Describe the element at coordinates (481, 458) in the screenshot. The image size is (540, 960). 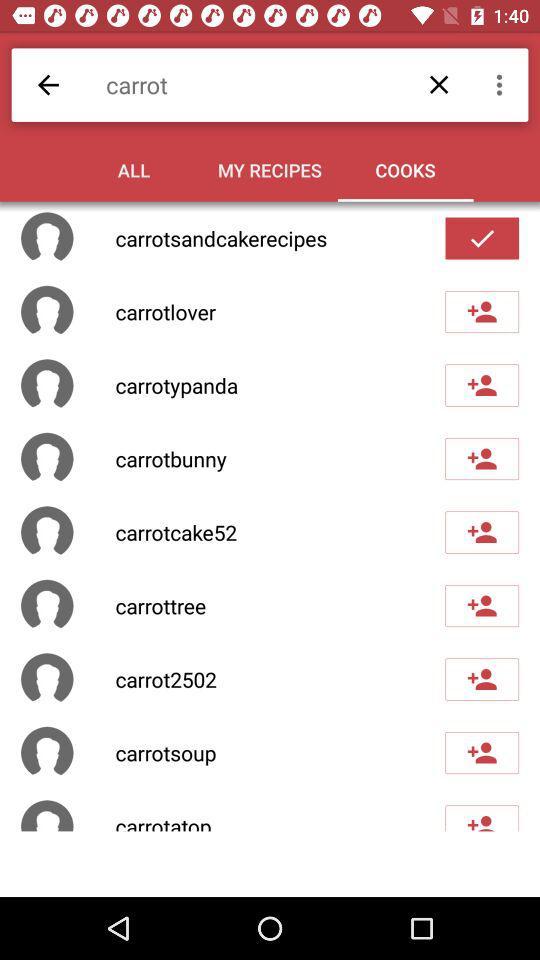
I see `to favorites` at that location.